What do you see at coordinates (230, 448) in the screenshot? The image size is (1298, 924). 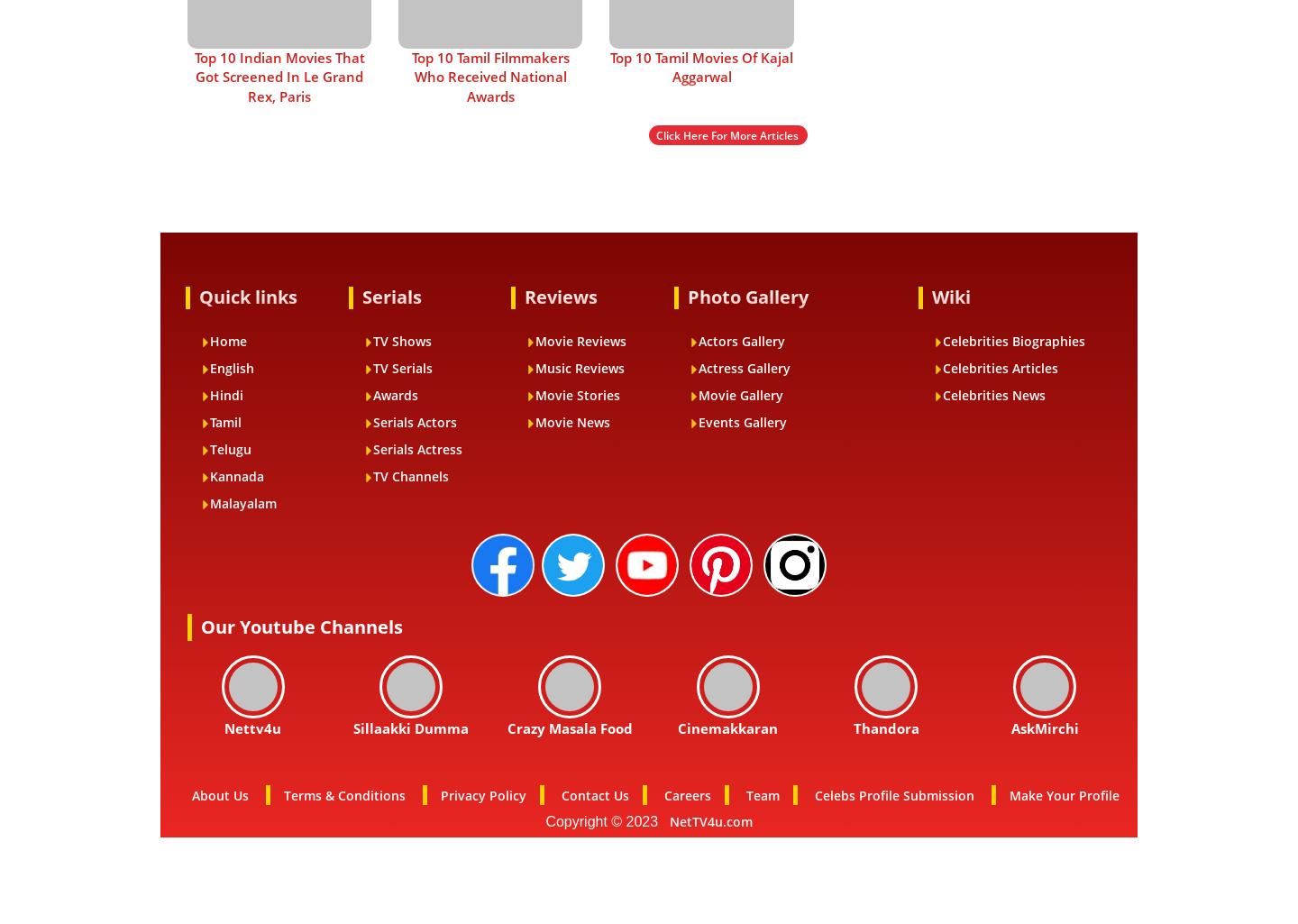 I see `'Telugu'` at bounding box center [230, 448].